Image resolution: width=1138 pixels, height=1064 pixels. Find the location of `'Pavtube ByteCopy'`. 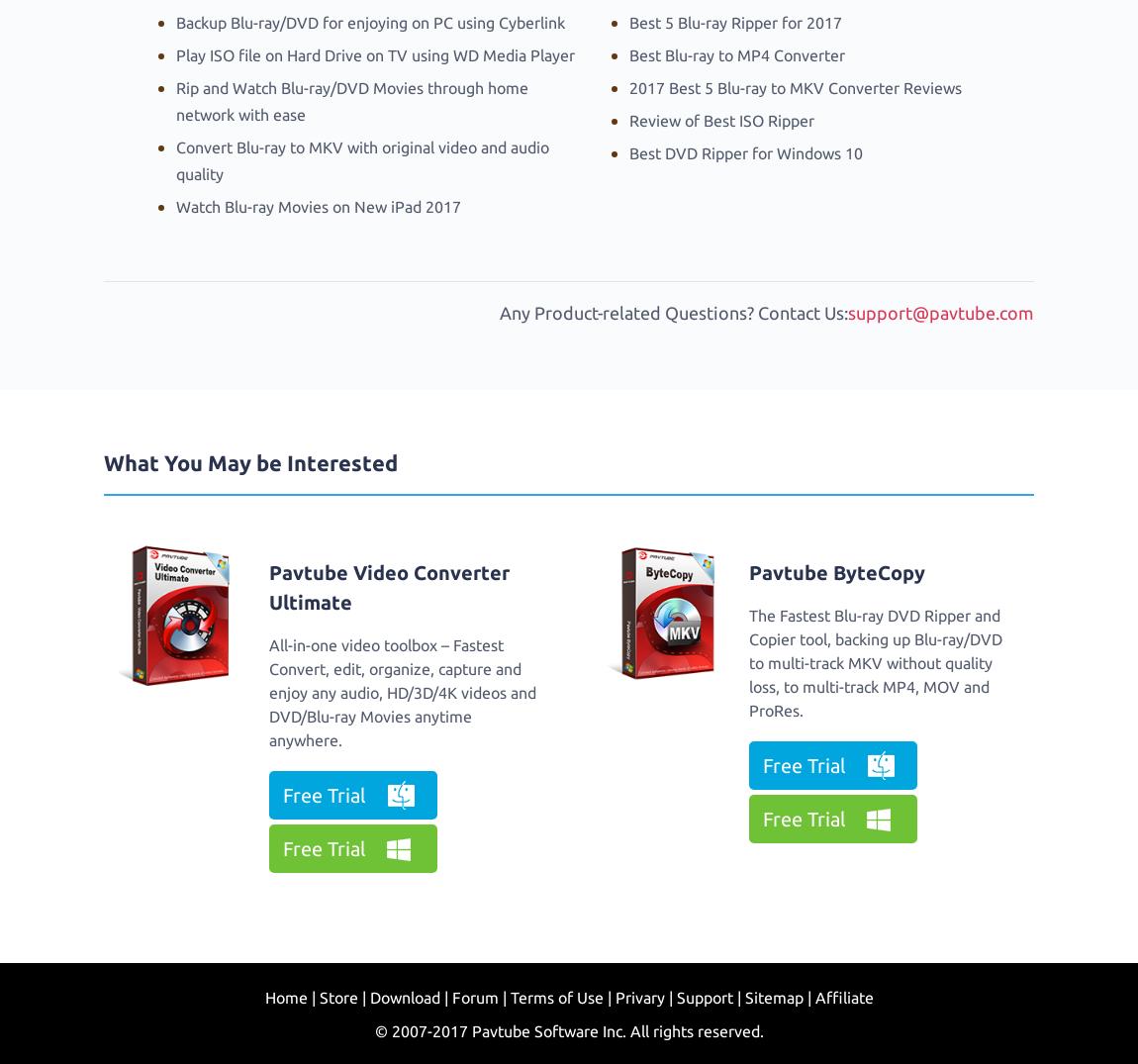

'Pavtube ByteCopy' is located at coordinates (835, 571).